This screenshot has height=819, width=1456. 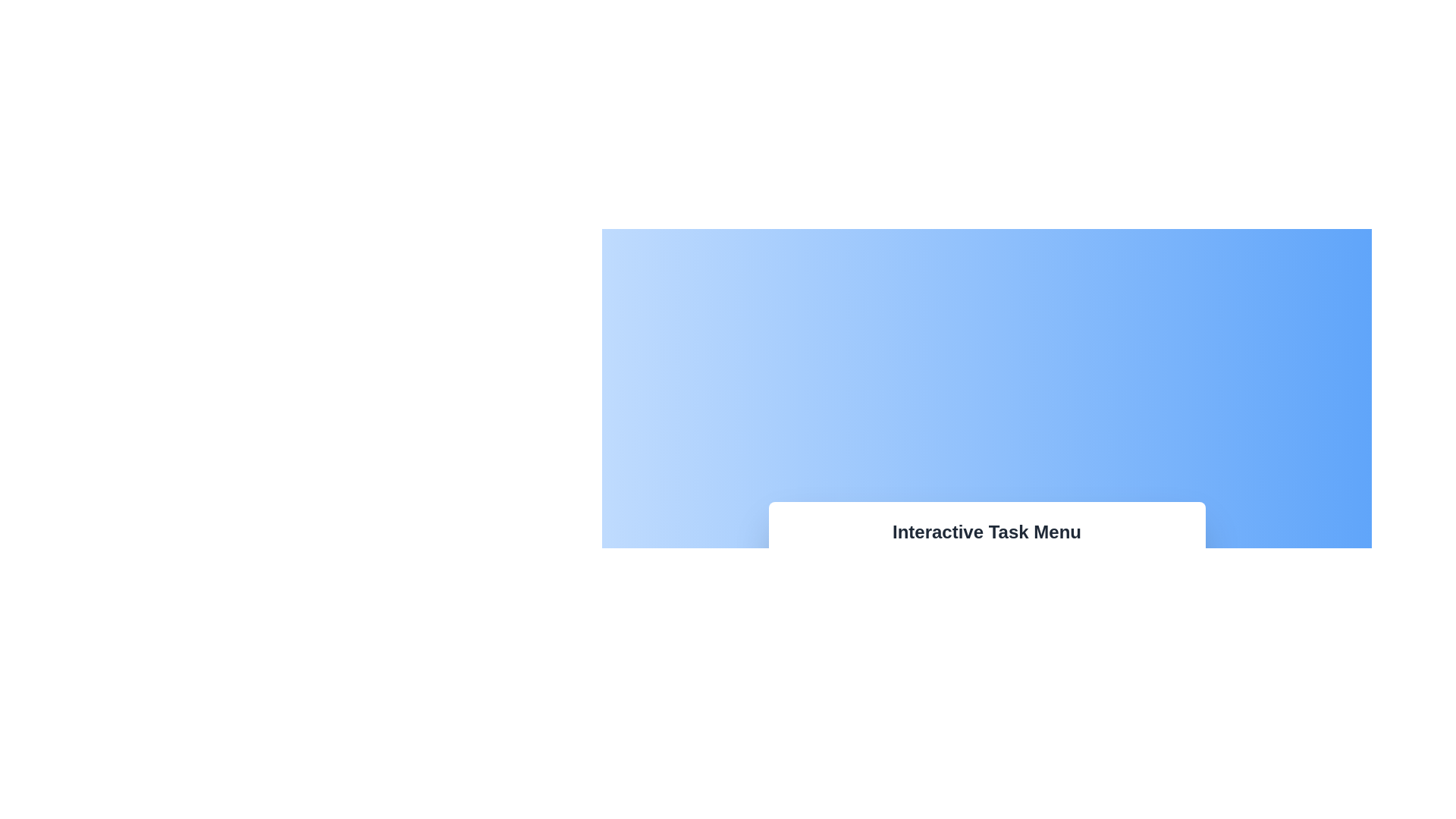 What do you see at coordinates (987, 532) in the screenshot?
I see `text from the heading Text Label located at the top-center of the Interactive Task Menu, which is within a white shadowed box on a blue gradient background` at bounding box center [987, 532].